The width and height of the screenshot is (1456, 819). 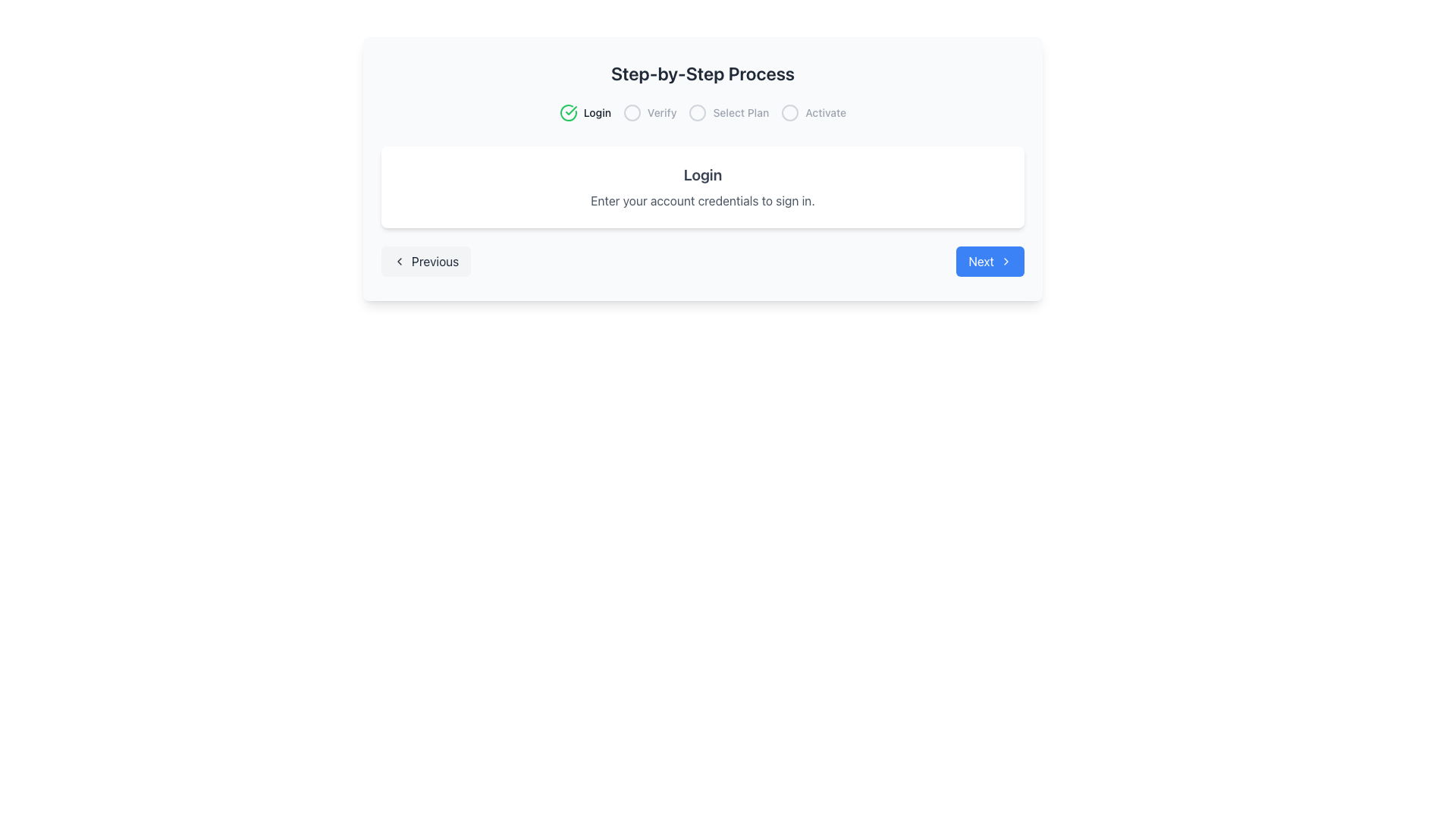 What do you see at coordinates (400, 260) in the screenshot?
I see `the left-pointing chevron icon within the 'Previous' button located at the bottom-left section of the login form` at bounding box center [400, 260].